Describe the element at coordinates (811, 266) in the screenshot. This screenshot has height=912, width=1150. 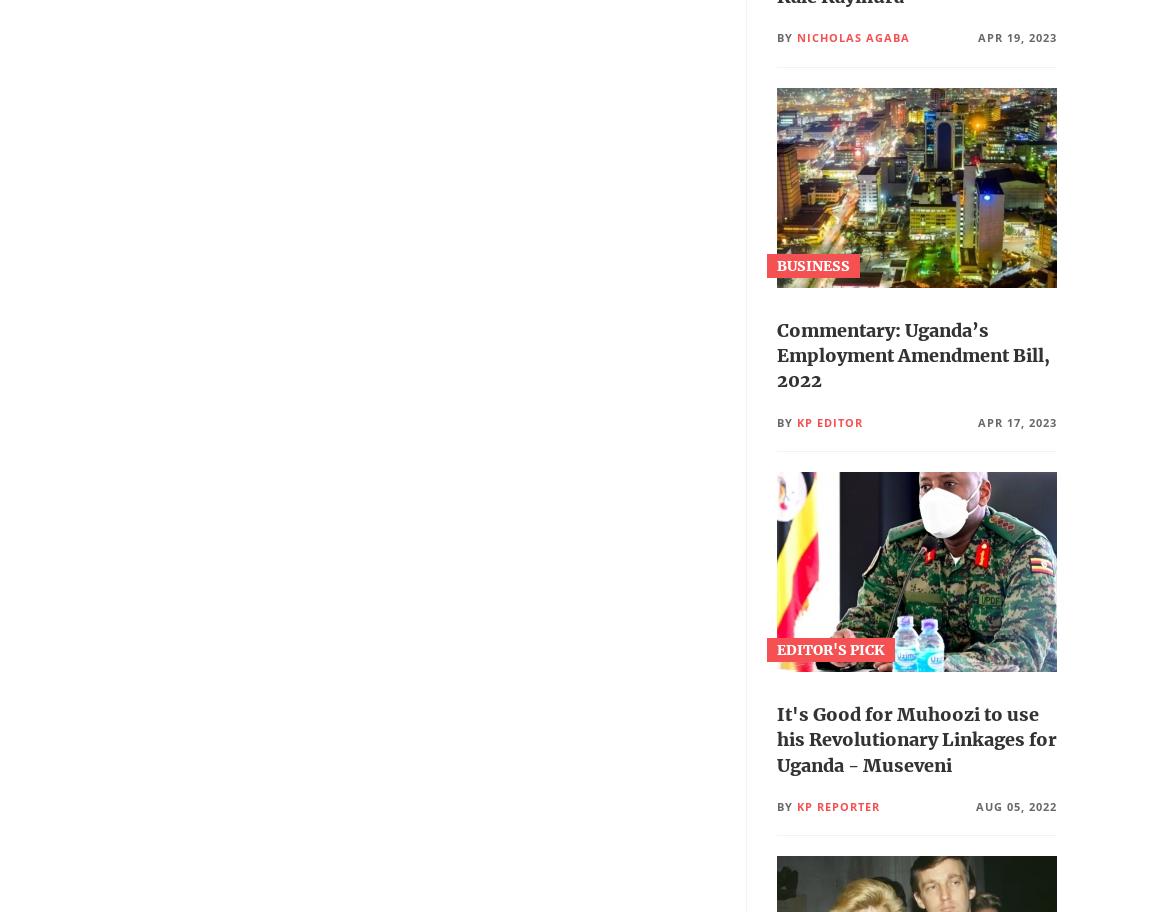
I see `'business'` at that location.